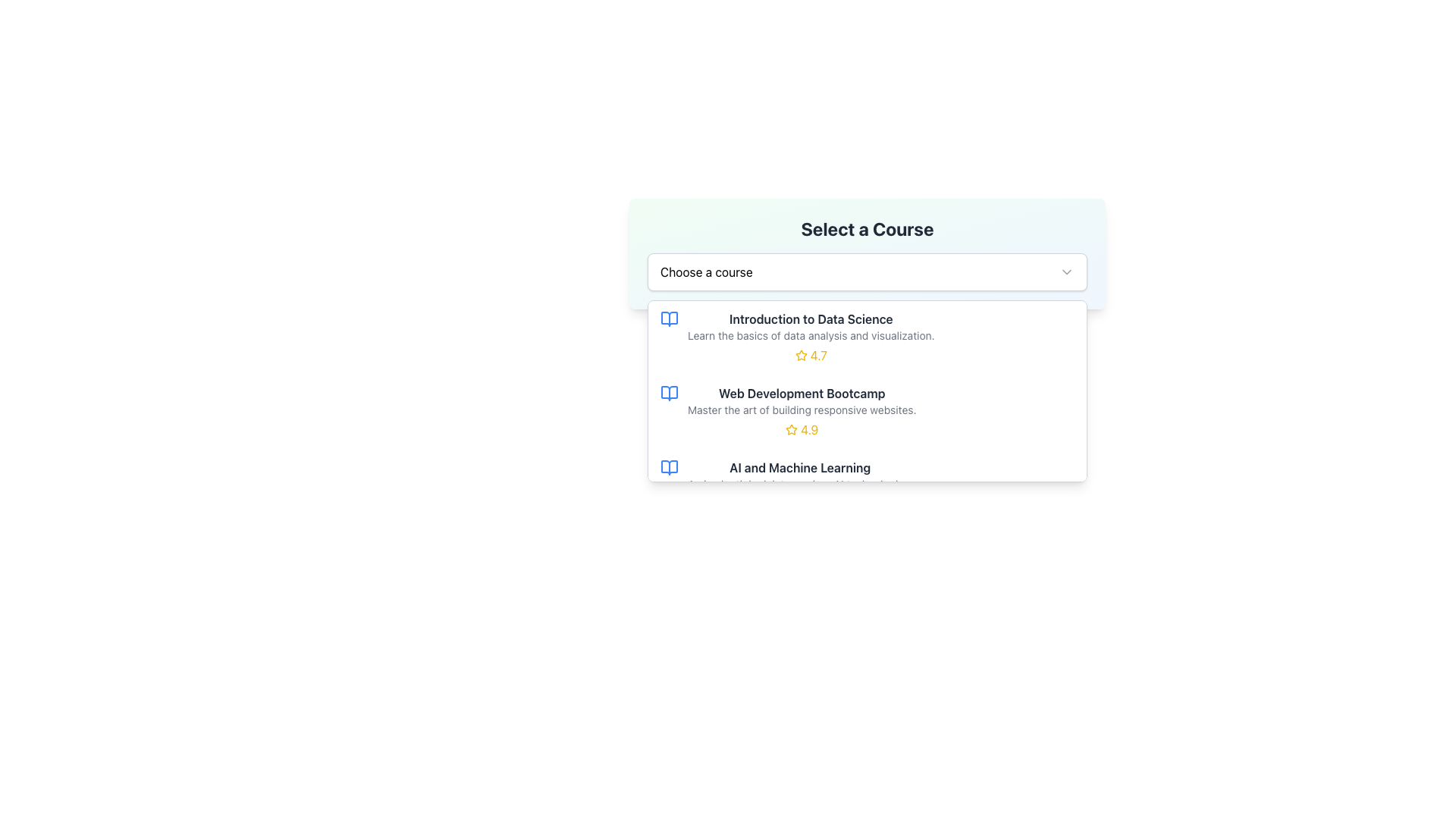  I want to click on the yellow text label displaying '4.9' that is aligned with the star icon and associated with the 'Web Development Bootcamp' course entry, so click(801, 430).